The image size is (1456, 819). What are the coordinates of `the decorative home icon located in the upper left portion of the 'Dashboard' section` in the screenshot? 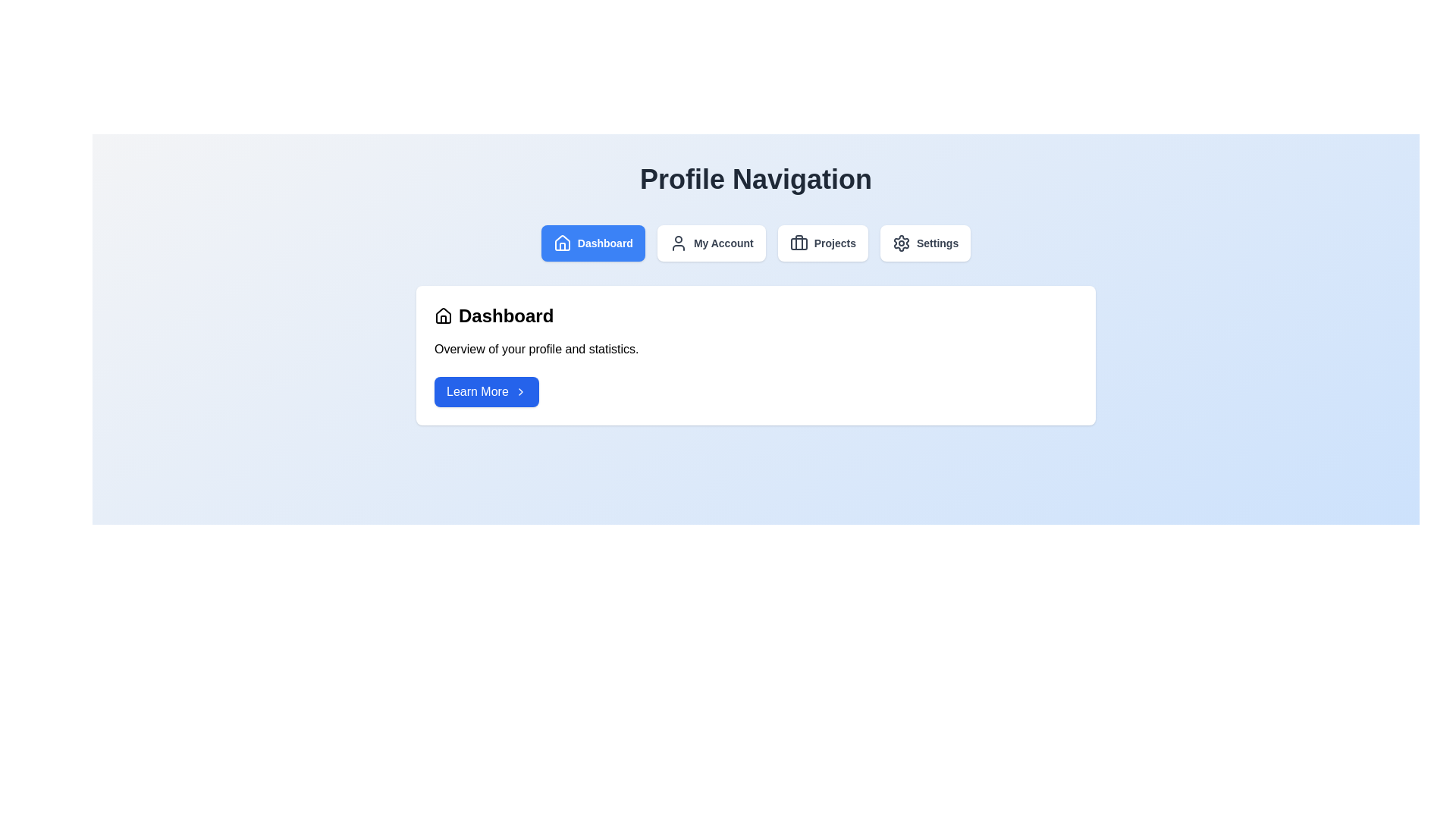 It's located at (443, 315).